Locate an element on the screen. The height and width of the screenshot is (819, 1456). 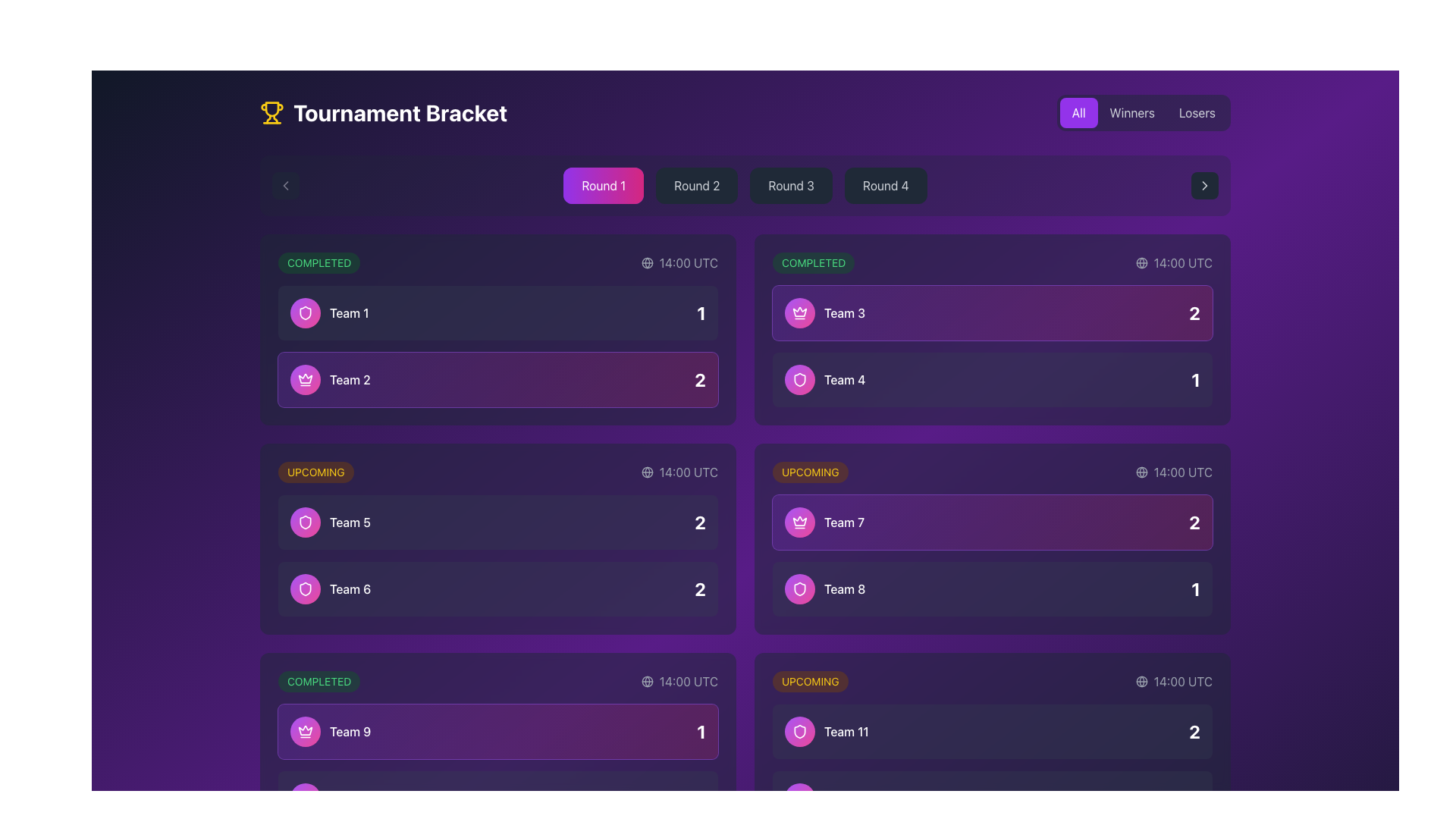
text displayed as '14:00 UTC' in a gray-colored font, which is positioned in the top section of the layout, right-aligned next to a globe icon is located at coordinates (688, 262).